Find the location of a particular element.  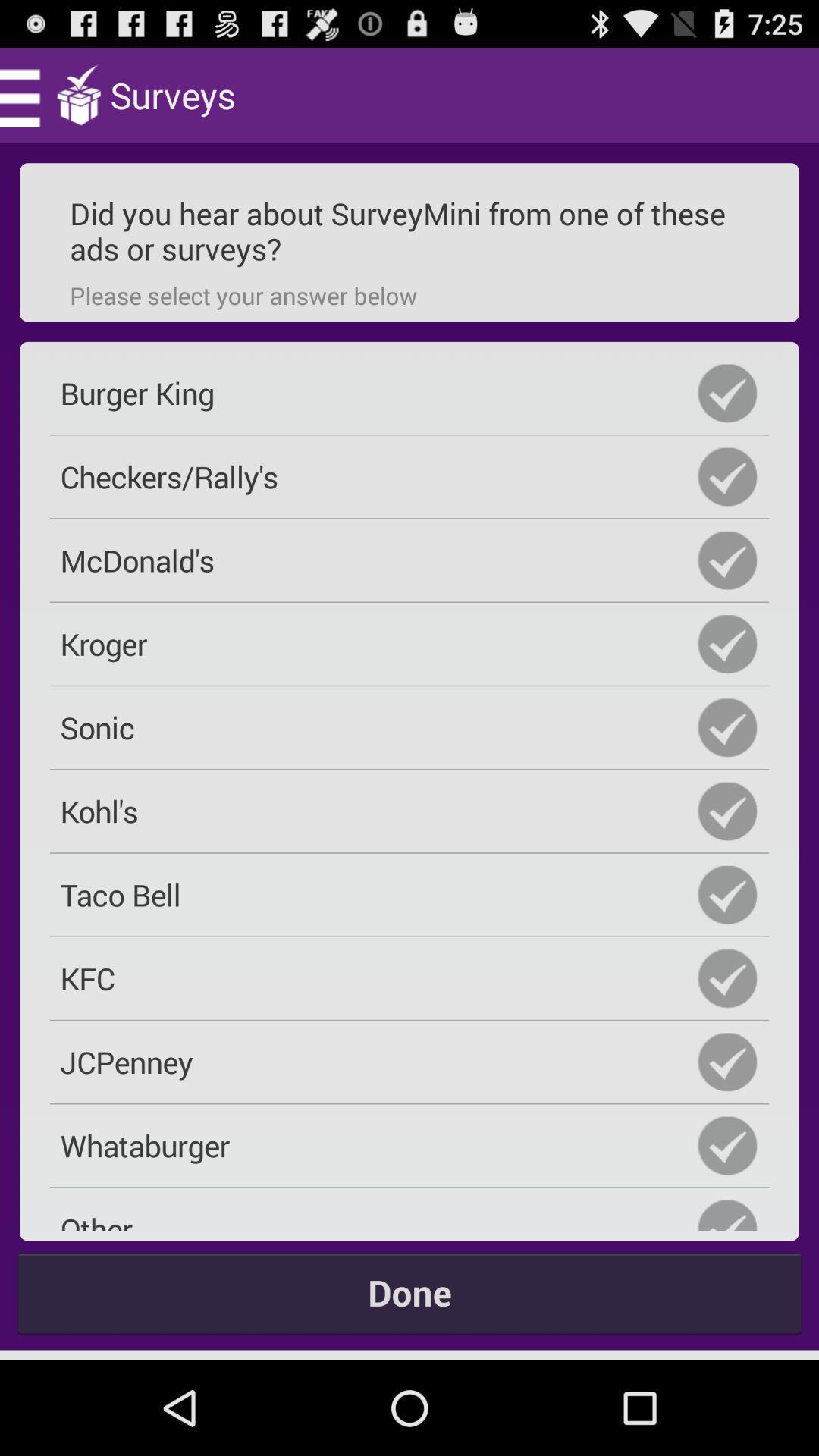

item below other icon is located at coordinates (409, 1291).